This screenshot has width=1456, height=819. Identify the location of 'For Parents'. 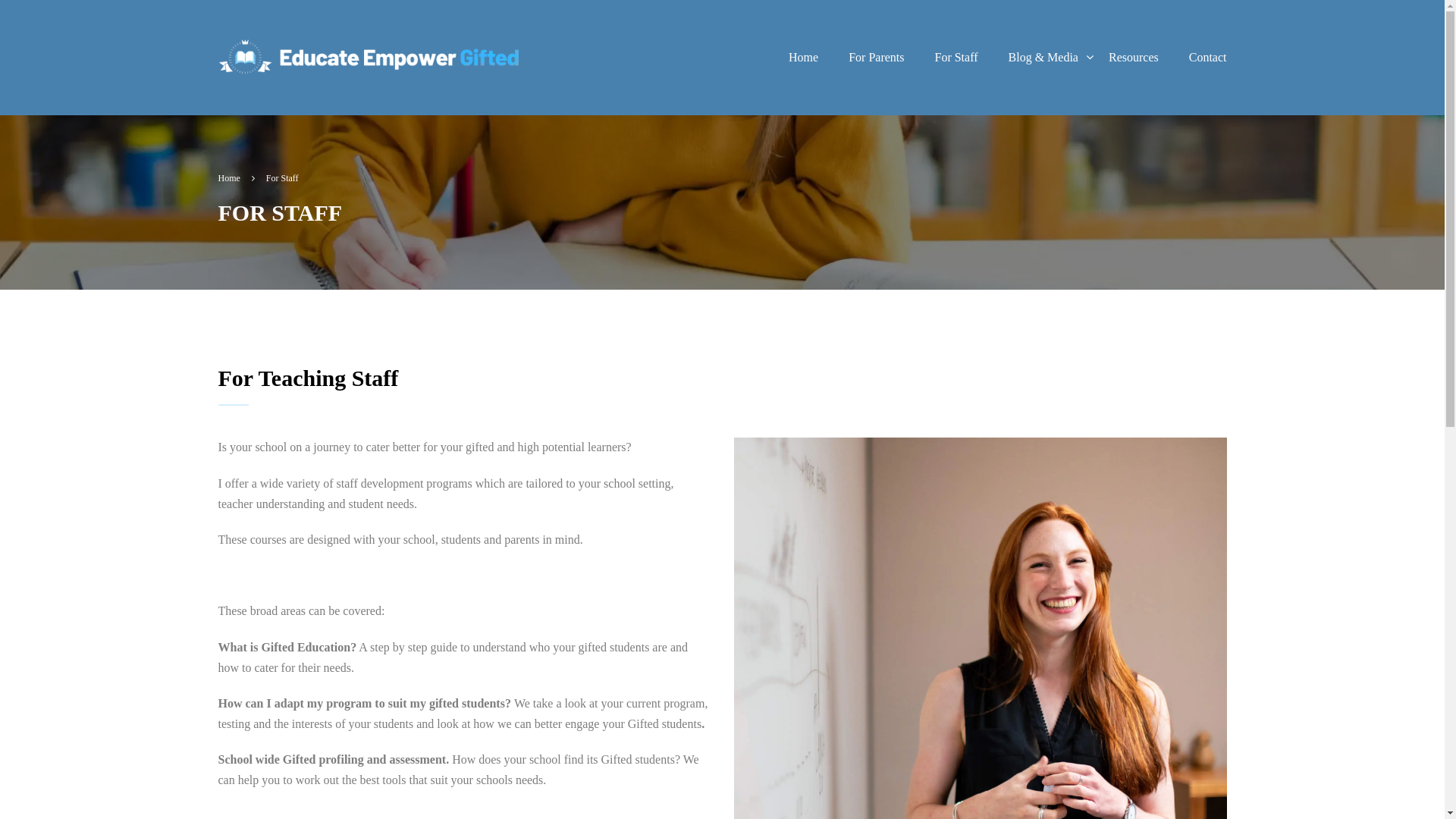
(833, 57).